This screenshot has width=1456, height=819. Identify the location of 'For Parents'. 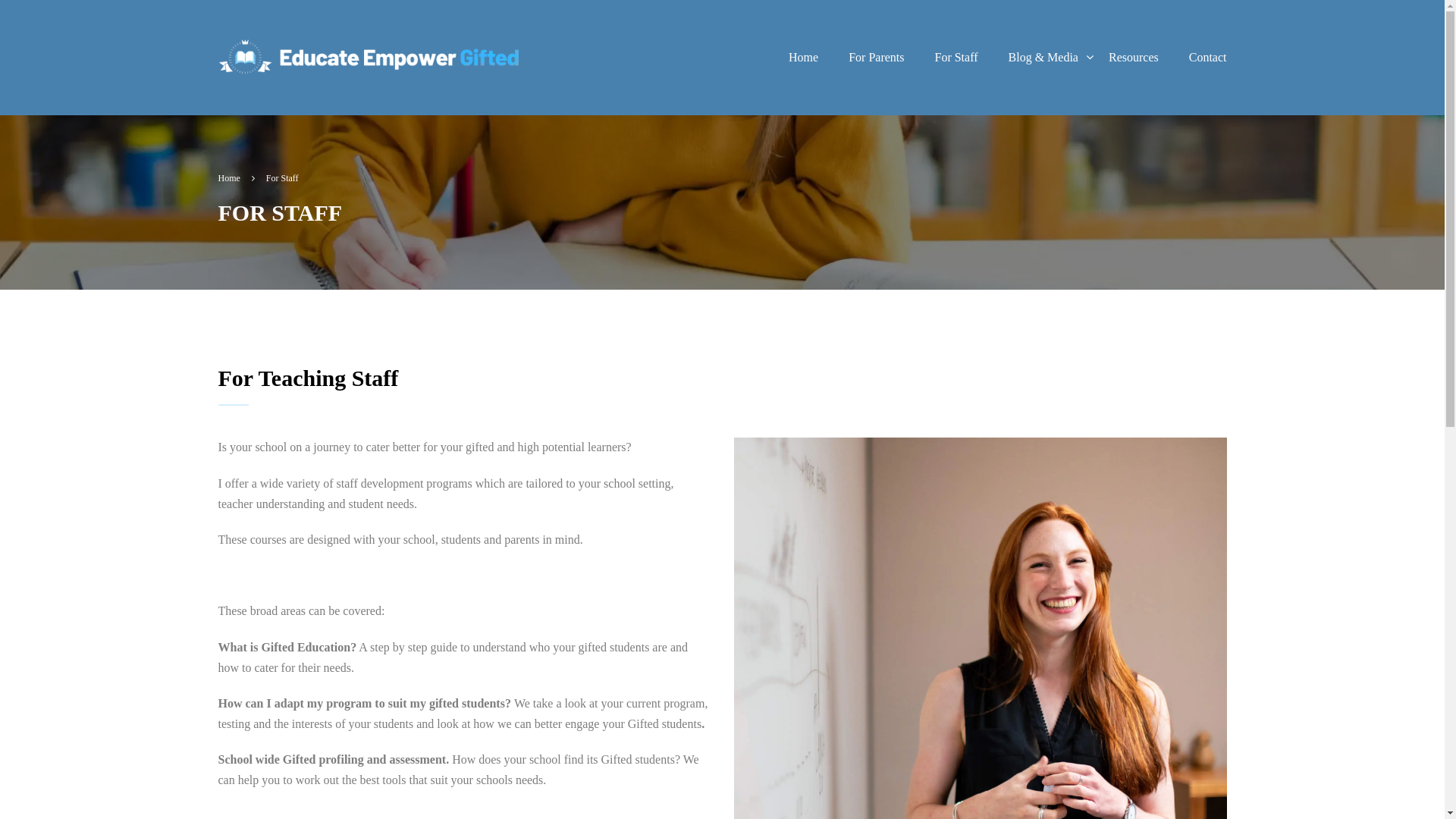
(833, 57).